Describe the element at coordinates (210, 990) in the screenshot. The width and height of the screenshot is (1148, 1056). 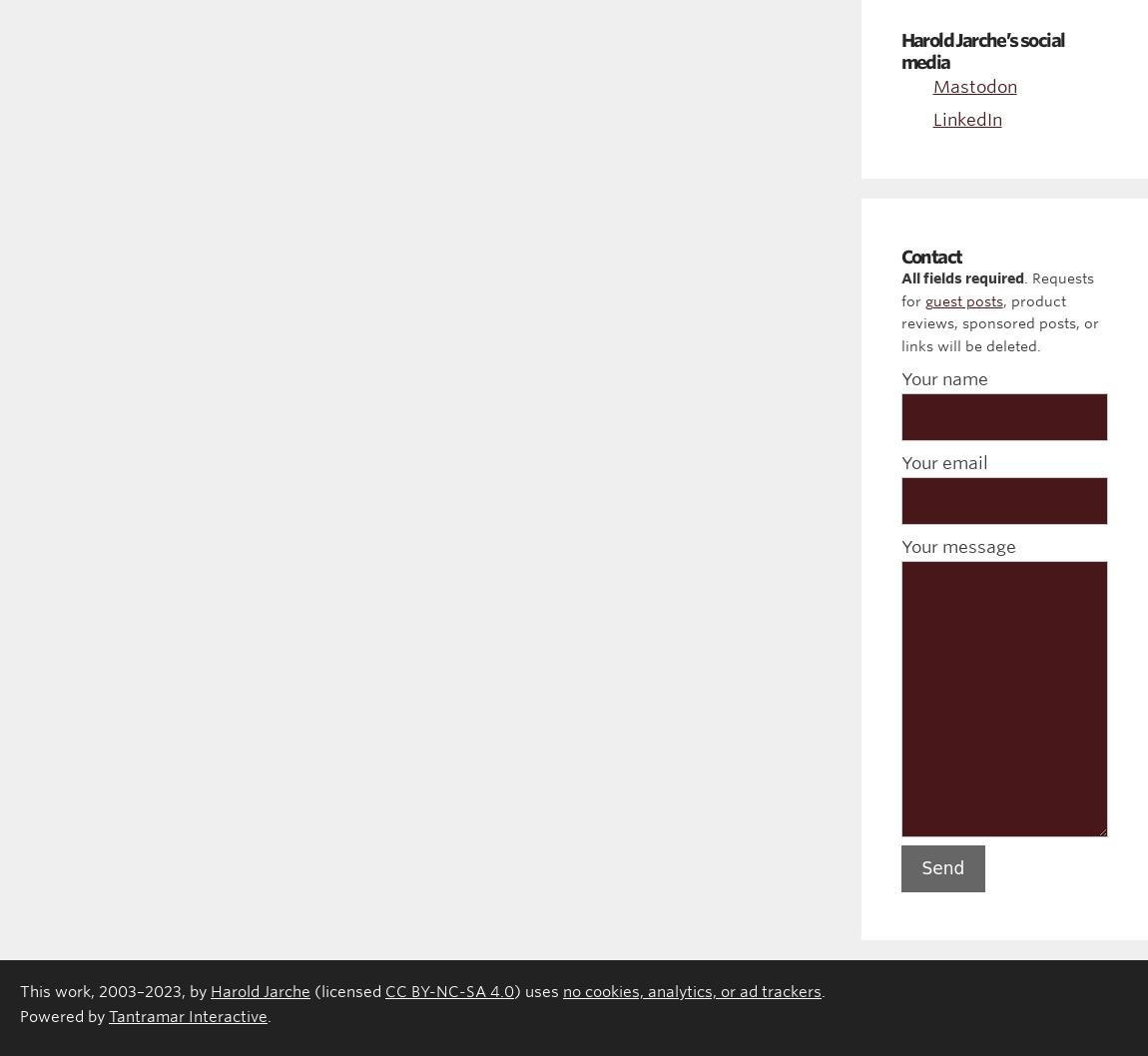
I see `'Harold Jarche'` at that location.